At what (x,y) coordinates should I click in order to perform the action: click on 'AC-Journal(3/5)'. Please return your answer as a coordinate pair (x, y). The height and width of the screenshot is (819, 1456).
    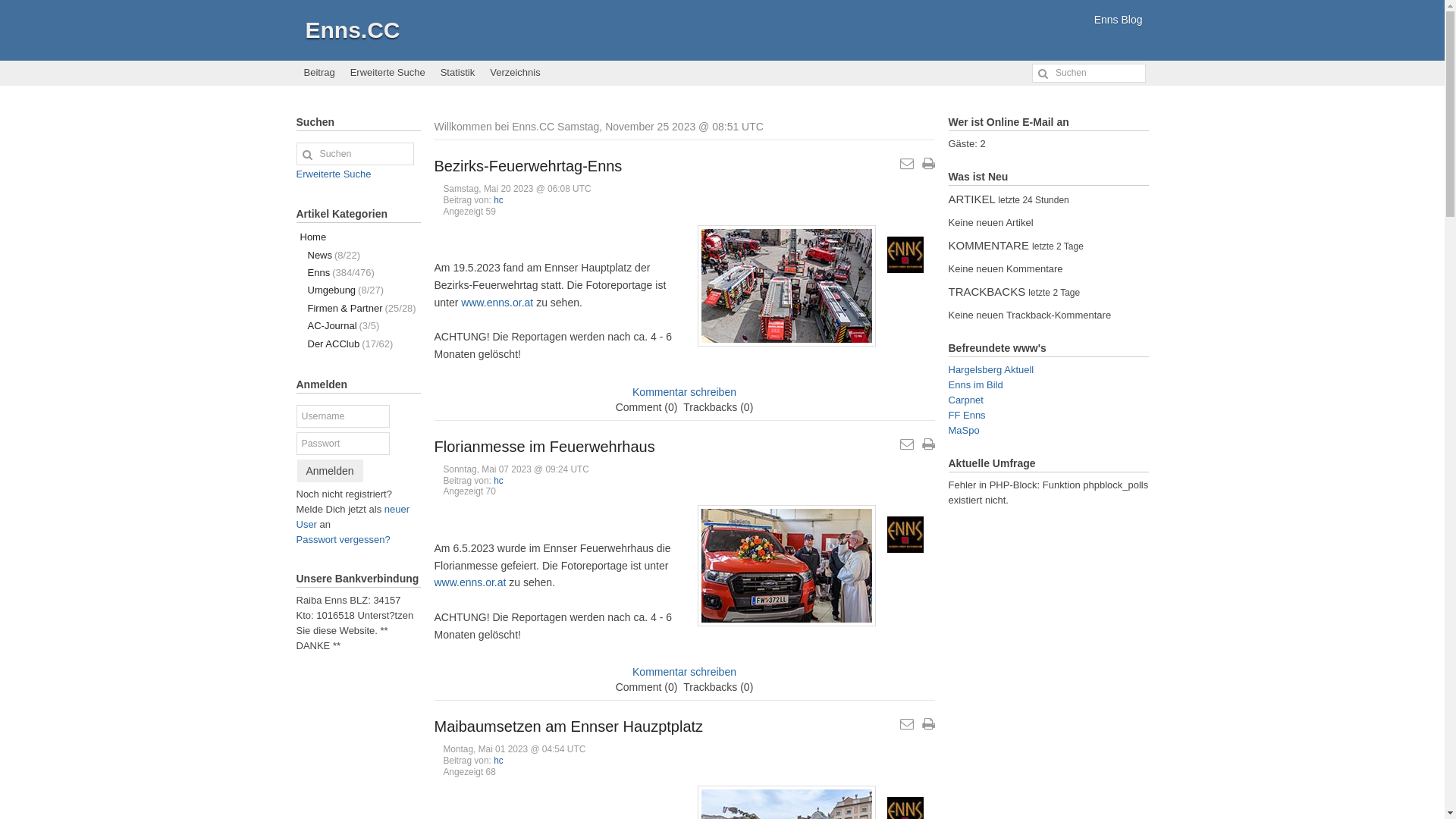
    Looking at the image, I should click on (356, 325).